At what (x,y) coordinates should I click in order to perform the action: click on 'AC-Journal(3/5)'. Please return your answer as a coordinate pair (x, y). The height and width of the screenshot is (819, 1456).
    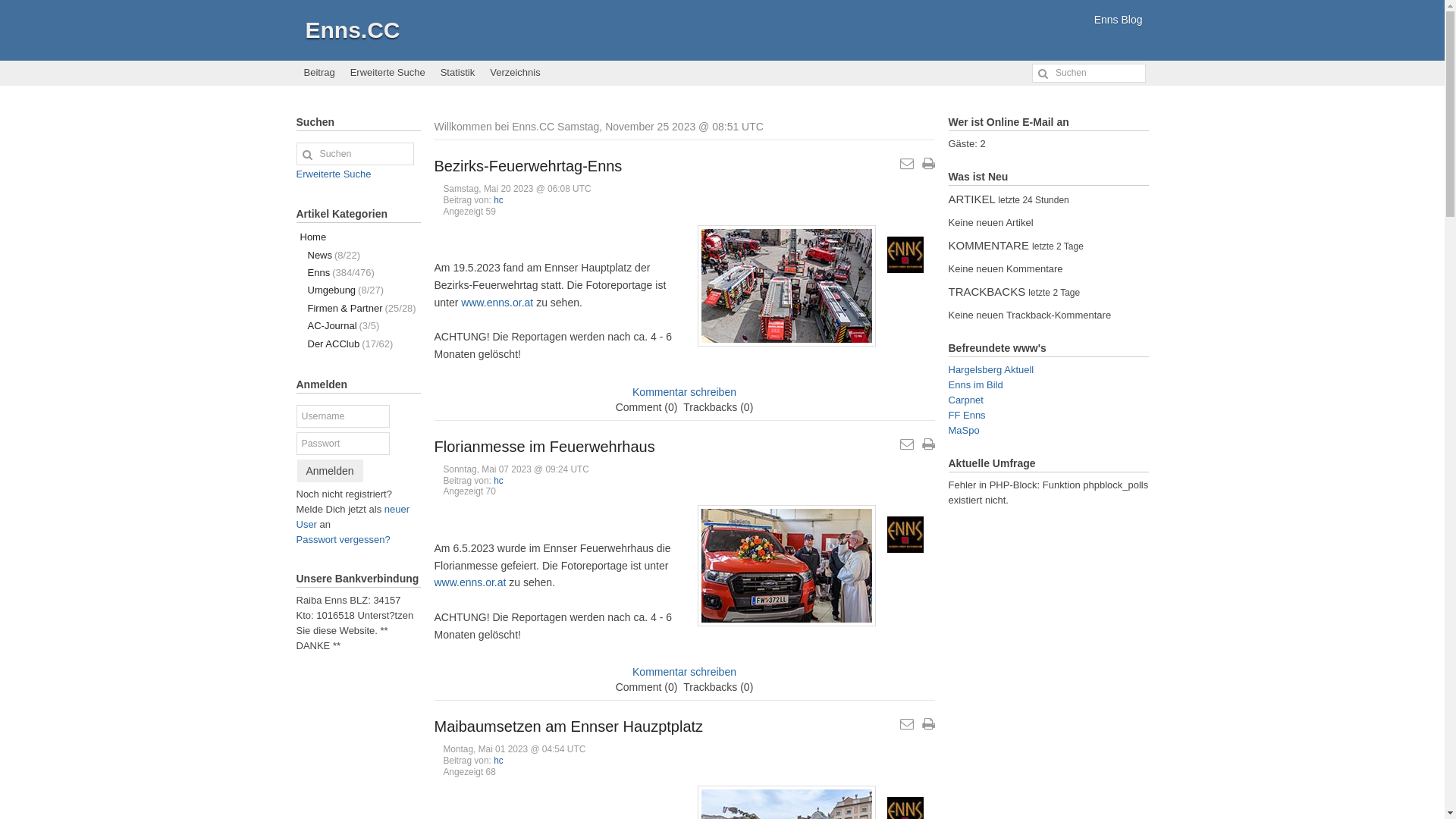
    Looking at the image, I should click on (356, 325).